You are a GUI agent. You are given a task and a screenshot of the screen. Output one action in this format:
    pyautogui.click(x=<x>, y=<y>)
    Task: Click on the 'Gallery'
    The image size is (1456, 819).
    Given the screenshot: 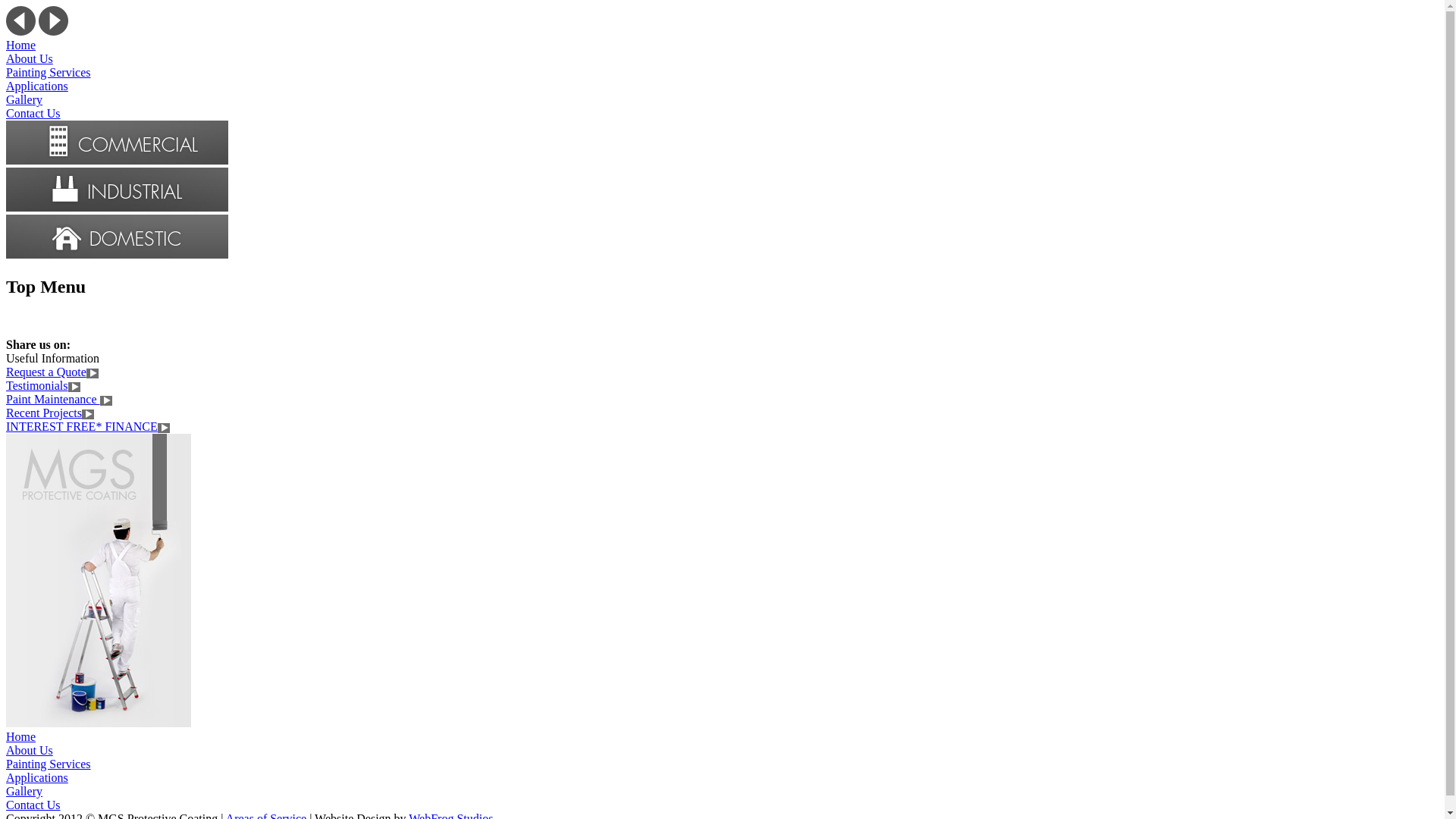 What is the action you would take?
    pyautogui.click(x=24, y=99)
    